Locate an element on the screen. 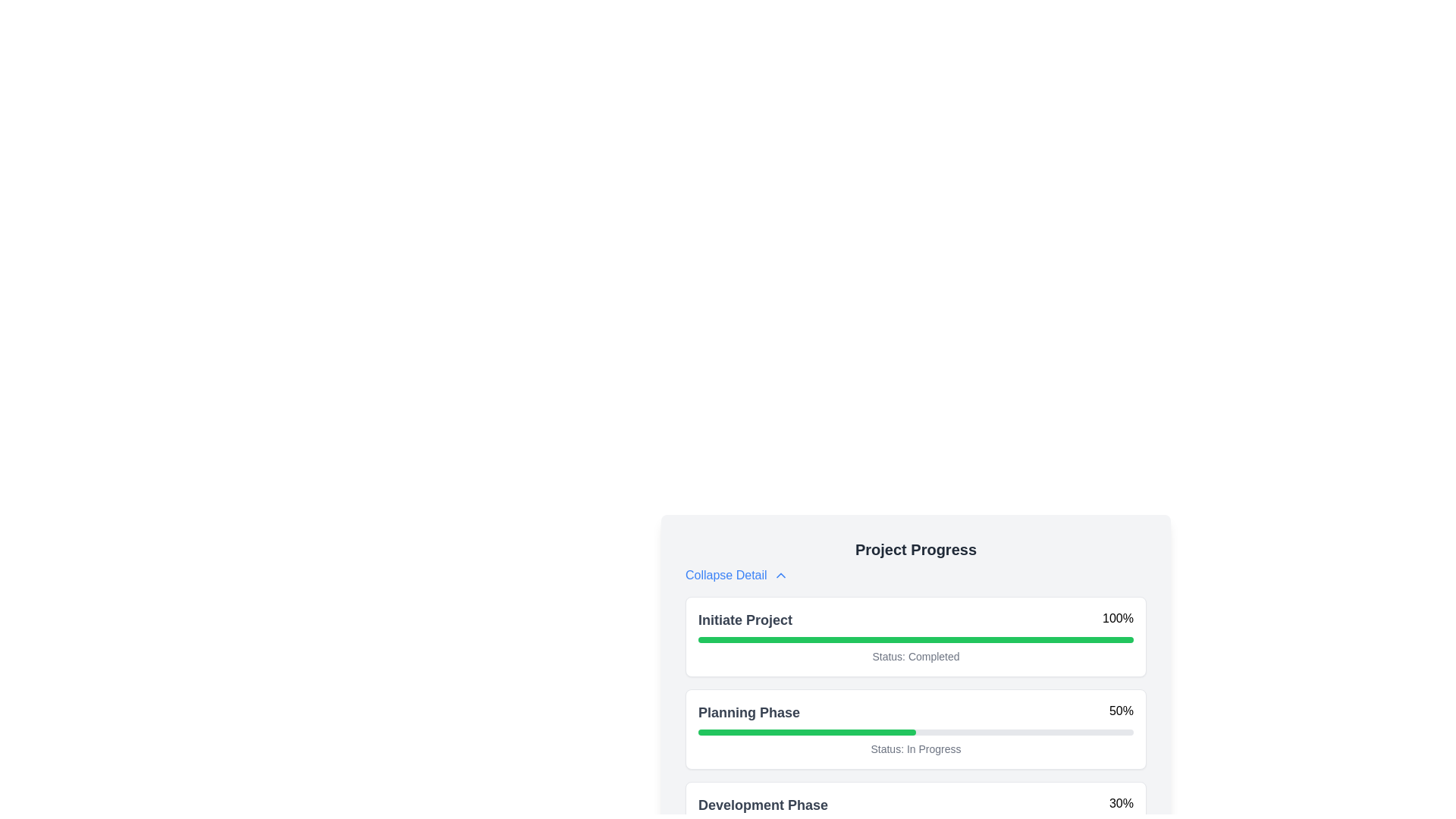  the interactive toggle button located beneath the 'Project Progress' header is located at coordinates (736, 576).